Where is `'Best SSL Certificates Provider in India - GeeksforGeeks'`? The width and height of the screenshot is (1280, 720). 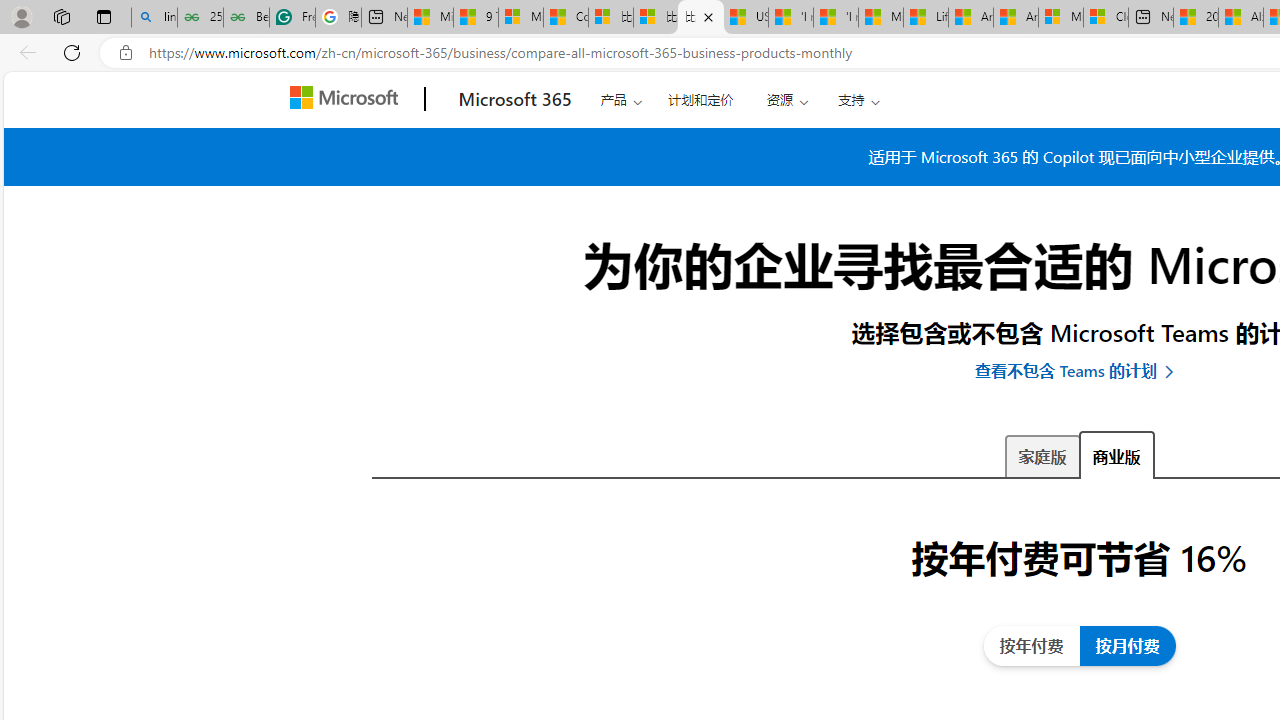
'Best SSL Certificates Provider in India - GeeksforGeeks' is located at coordinates (245, 17).